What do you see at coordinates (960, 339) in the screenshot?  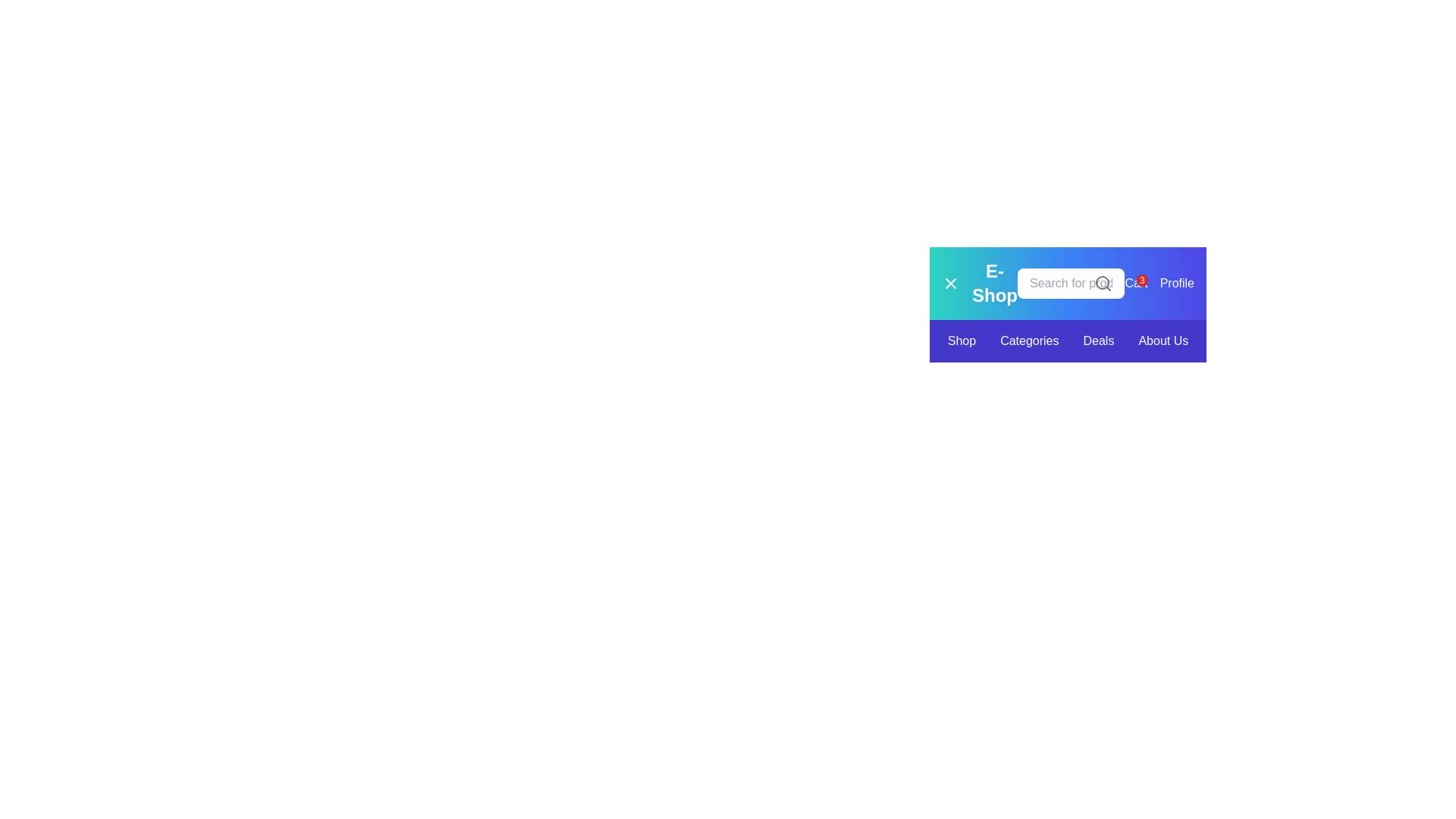 I see `the 'Shop' hyperlink in the navigation bar, which is styled in white on a dark blue background` at bounding box center [960, 339].